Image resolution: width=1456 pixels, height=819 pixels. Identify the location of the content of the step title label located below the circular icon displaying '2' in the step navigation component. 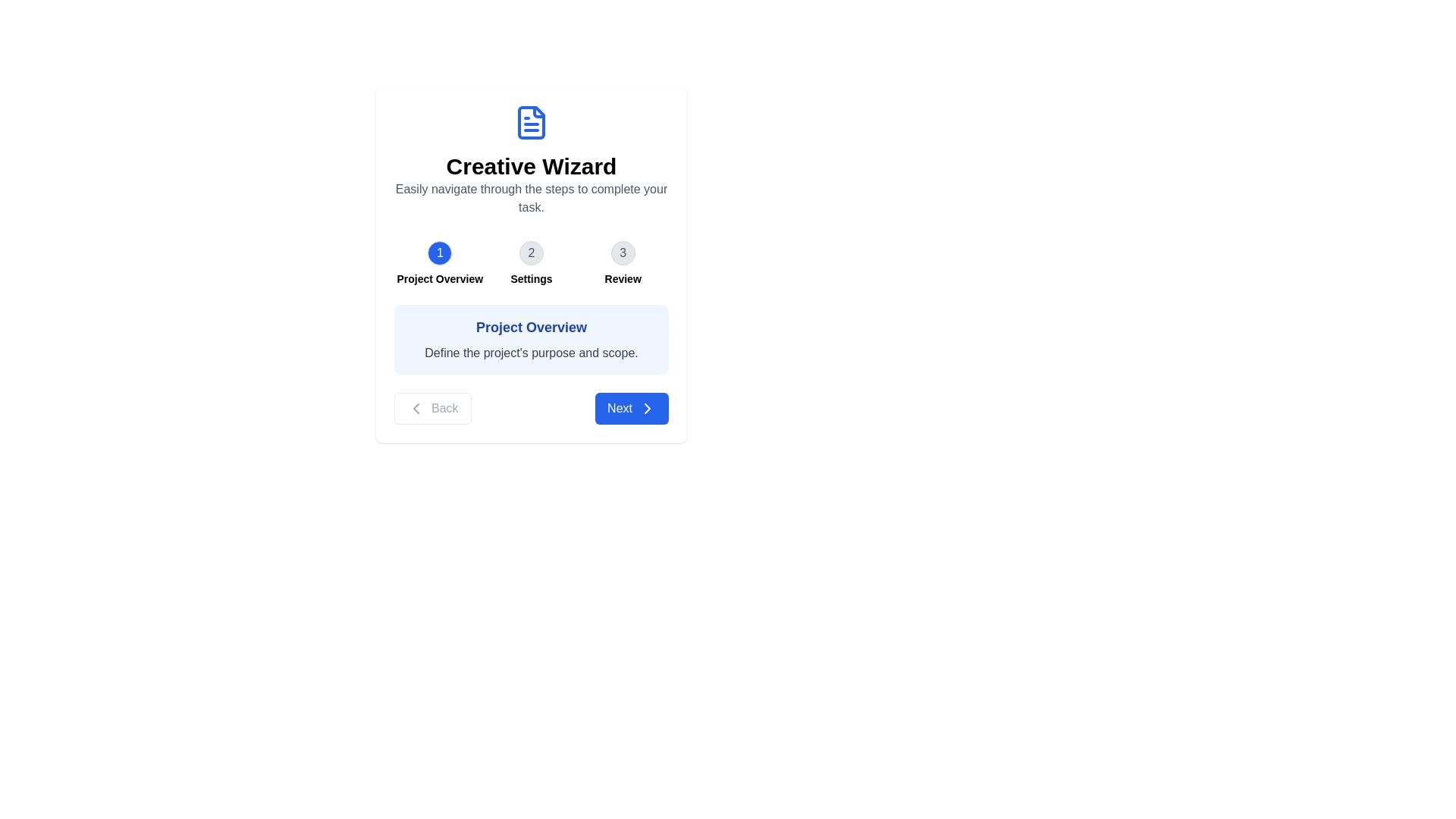
(531, 278).